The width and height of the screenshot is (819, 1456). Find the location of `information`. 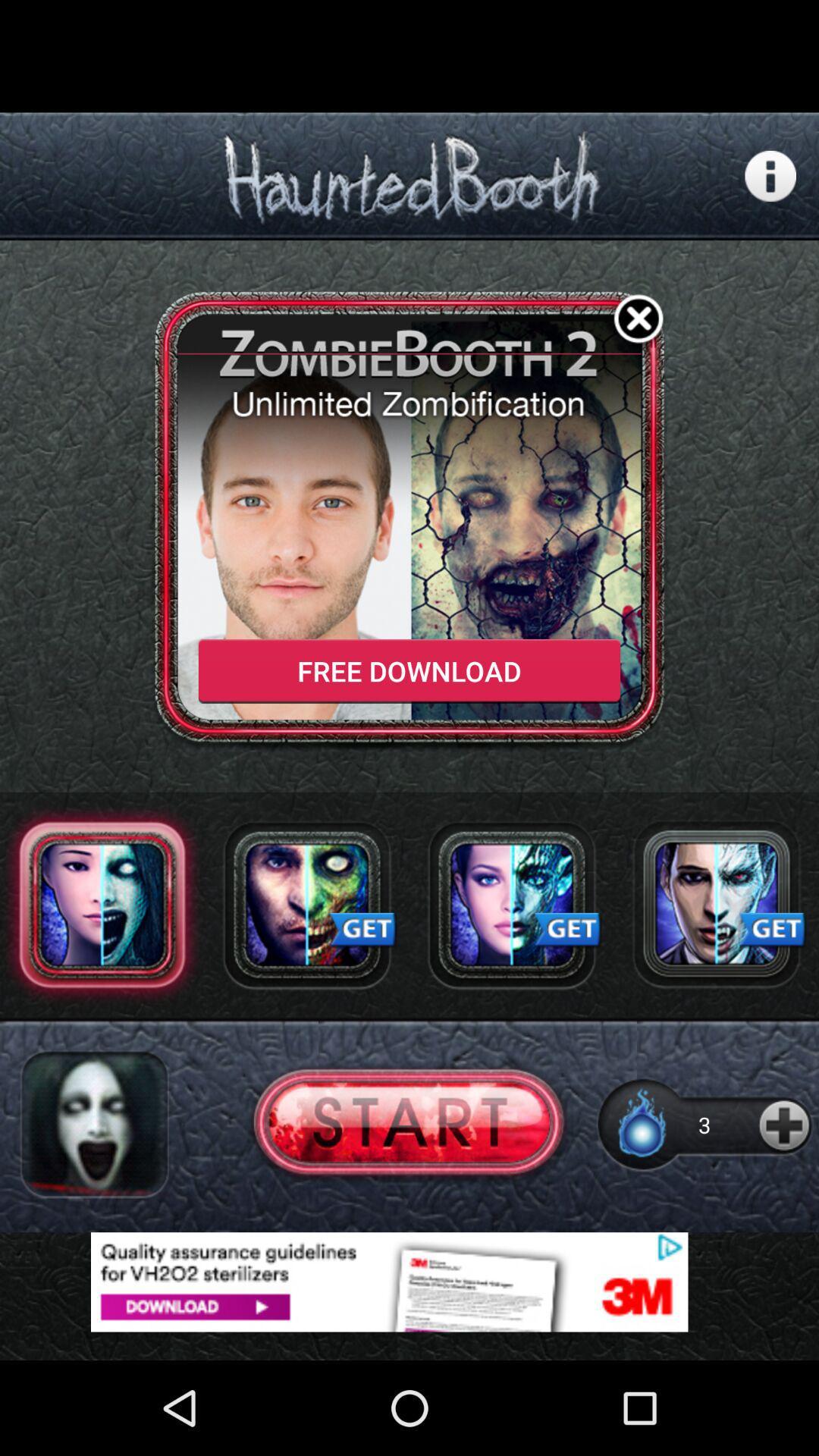

information is located at coordinates (770, 176).